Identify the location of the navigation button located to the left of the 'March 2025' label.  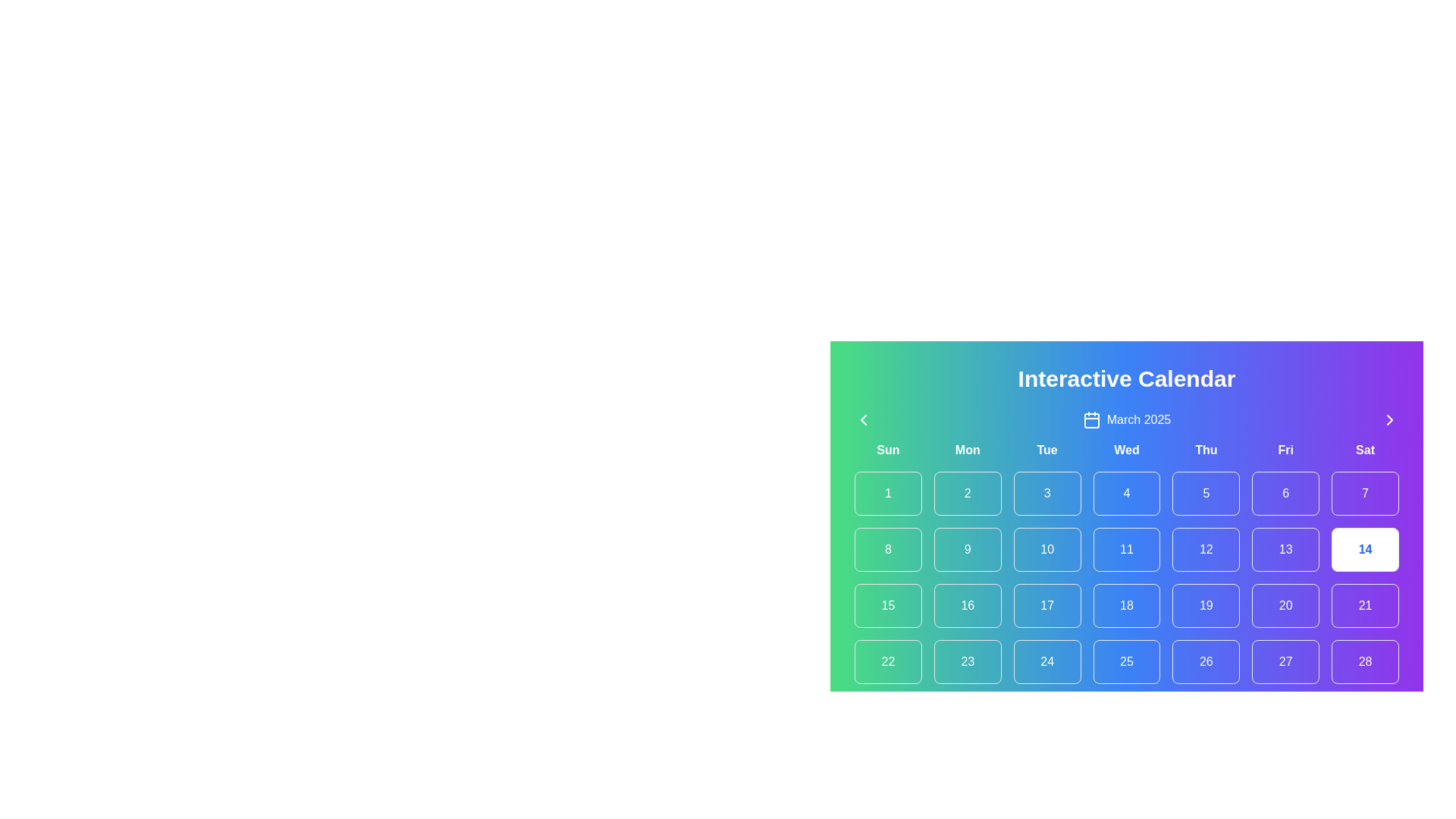
(863, 420).